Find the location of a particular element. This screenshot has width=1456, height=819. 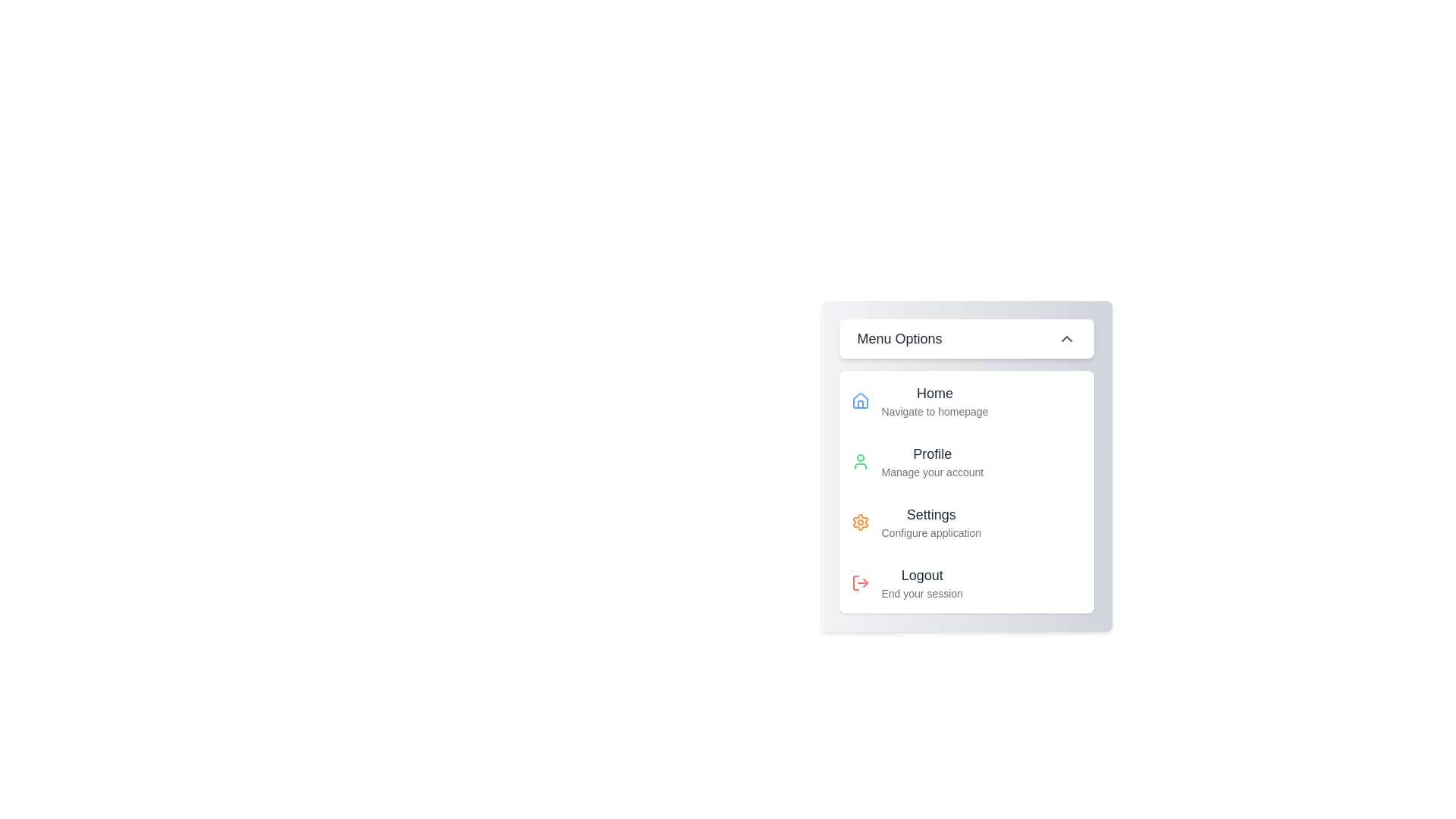

the house-shaped icon with a blue outline and white fill, which represents the 'Home' concept is located at coordinates (860, 400).